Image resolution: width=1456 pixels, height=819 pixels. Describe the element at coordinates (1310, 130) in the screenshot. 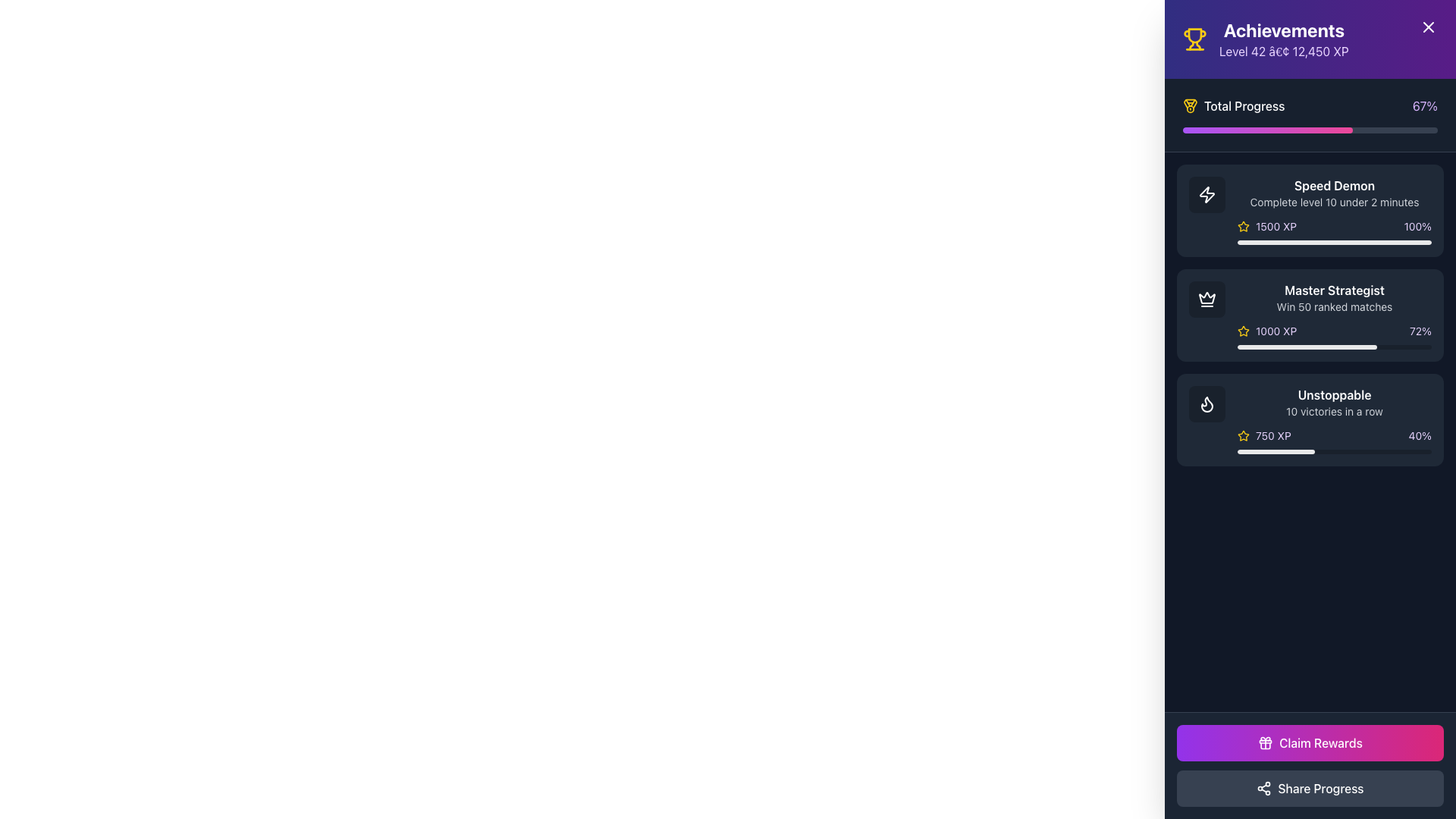

I see `the progress bar located beneath the 'Total Progress' label, which features rounded ends and a vibrant gradient color scheme transitioning from purple to pink` at that location.